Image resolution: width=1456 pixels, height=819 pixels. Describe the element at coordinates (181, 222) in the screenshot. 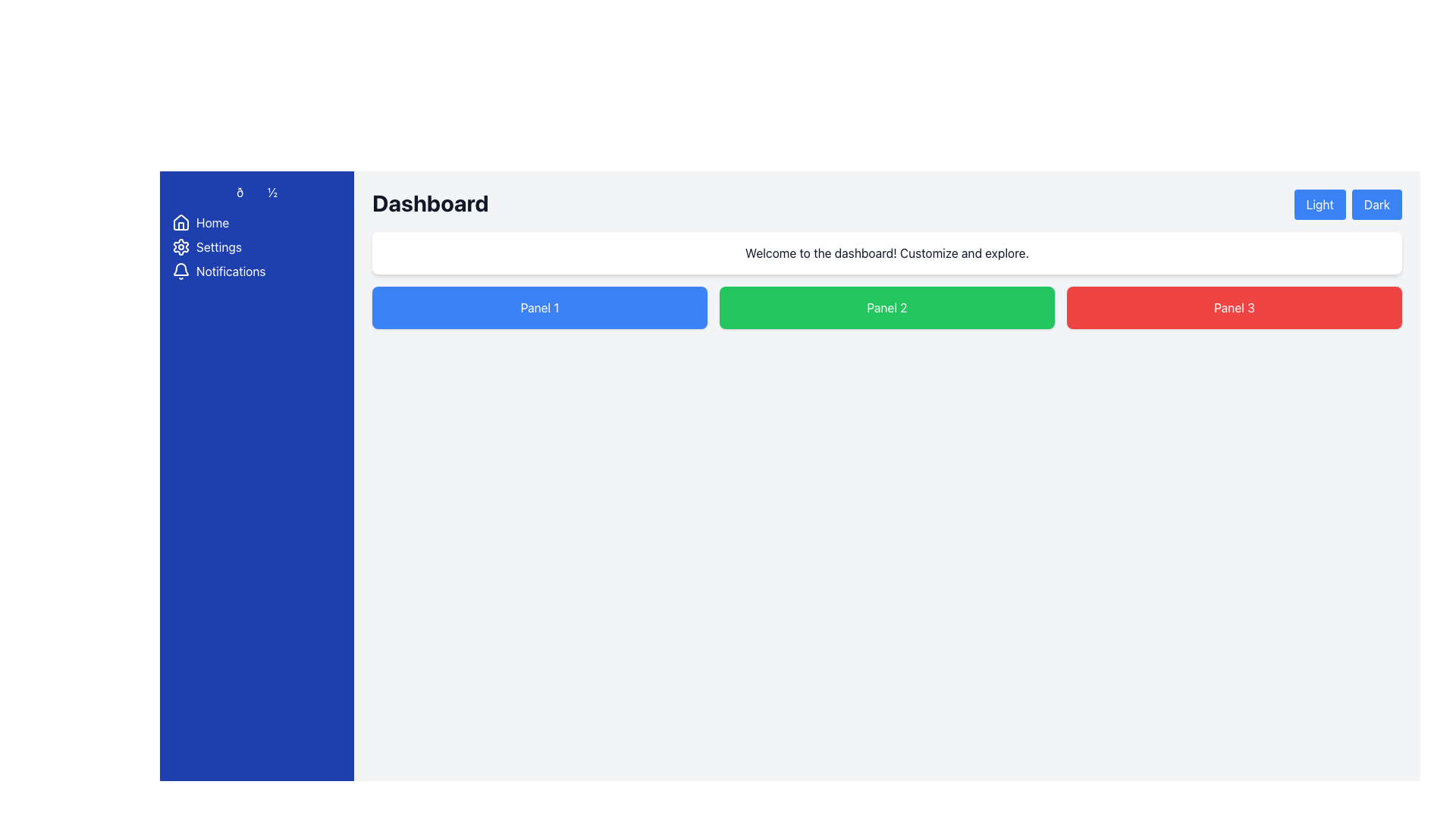

I see `the 'Home' icon located at the top of the navigation sidebar` at that location.